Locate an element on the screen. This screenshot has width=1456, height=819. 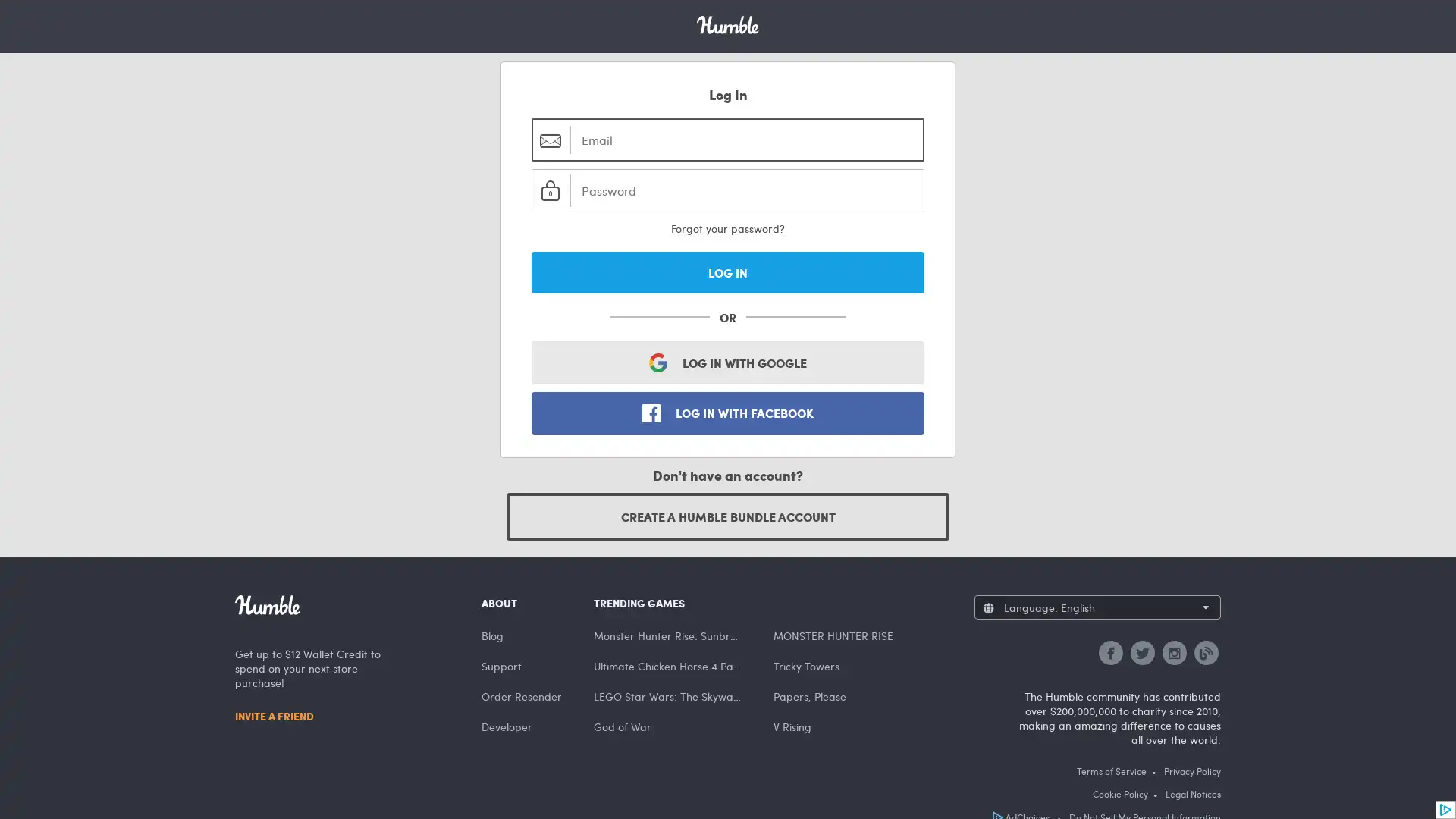
Deutsch is located at coordinates (1007, 725).